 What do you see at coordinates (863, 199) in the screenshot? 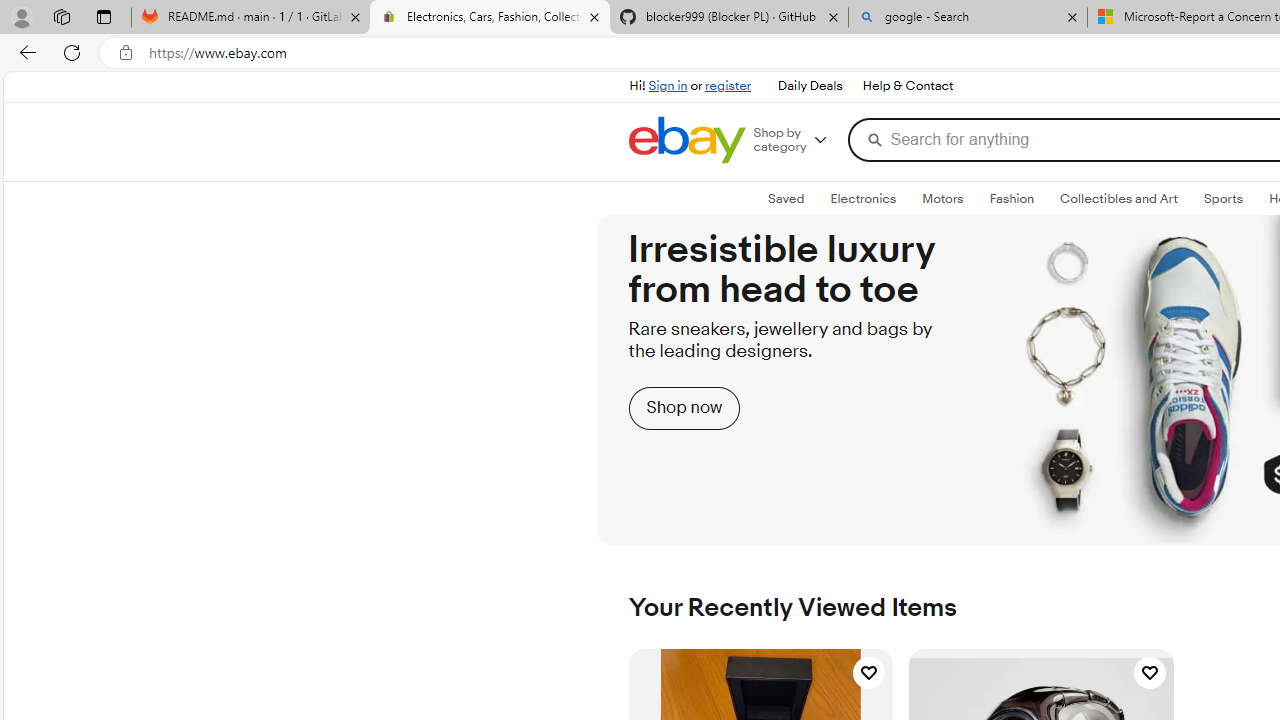
I see `'ElectronicsExpand: Electronics'` at bounding box center [863, 199].